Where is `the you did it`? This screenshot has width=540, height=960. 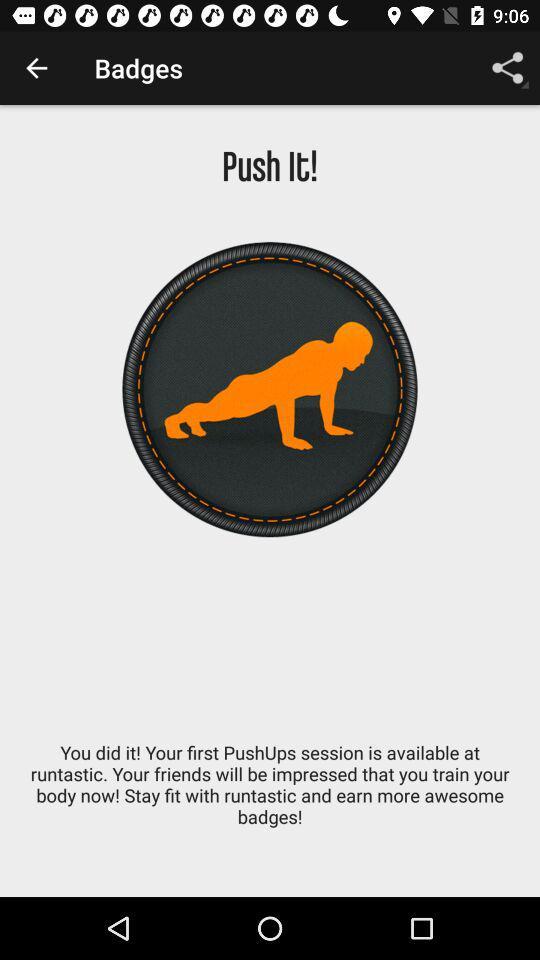
the you did it is located at coordinates (270, 795).